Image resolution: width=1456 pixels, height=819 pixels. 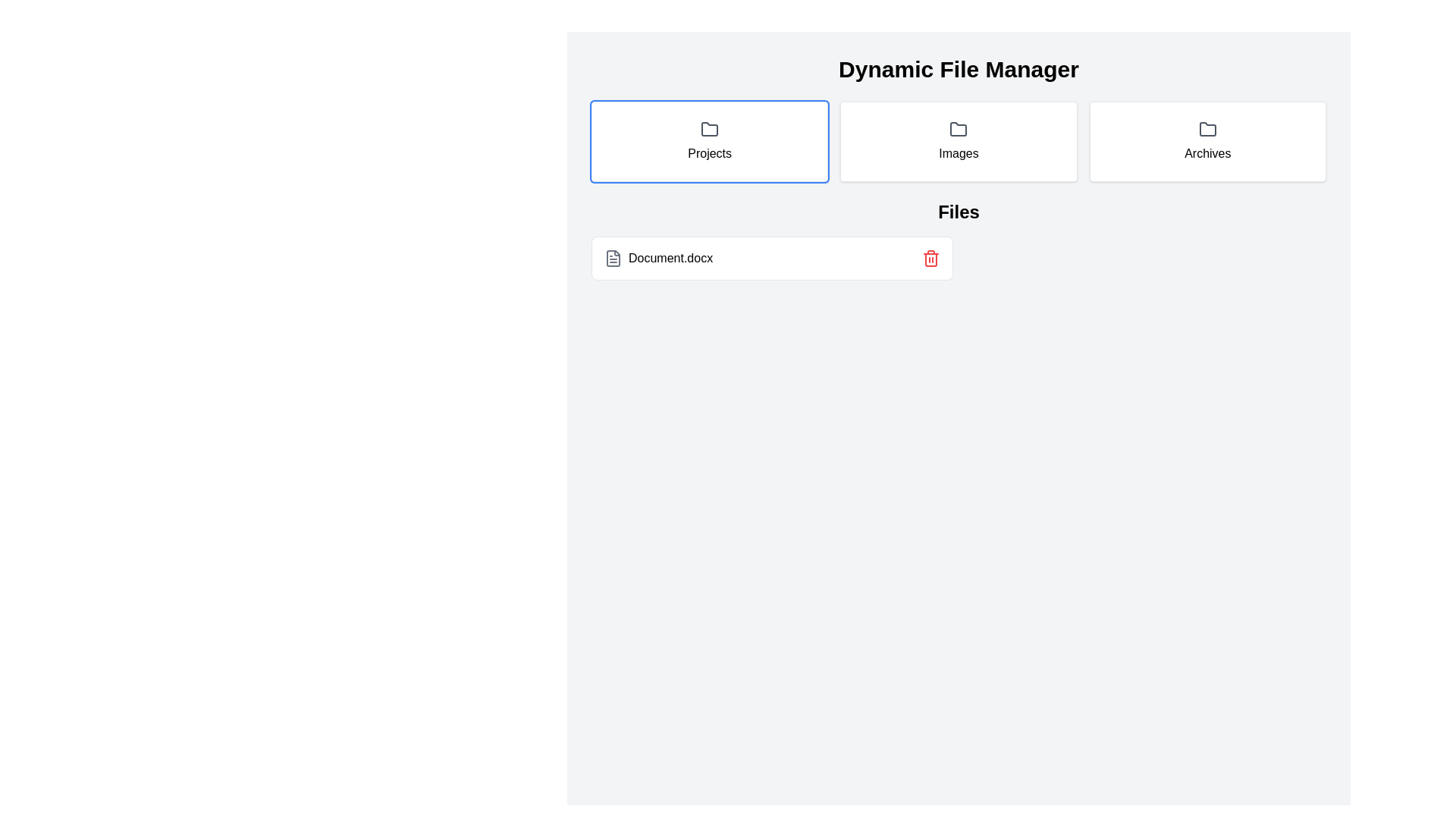 What do you see at coordinates (613, 257) in the screenshot?
I see `the file icon representing 'Document.docx' to see options` at bounding box center [613, 257].